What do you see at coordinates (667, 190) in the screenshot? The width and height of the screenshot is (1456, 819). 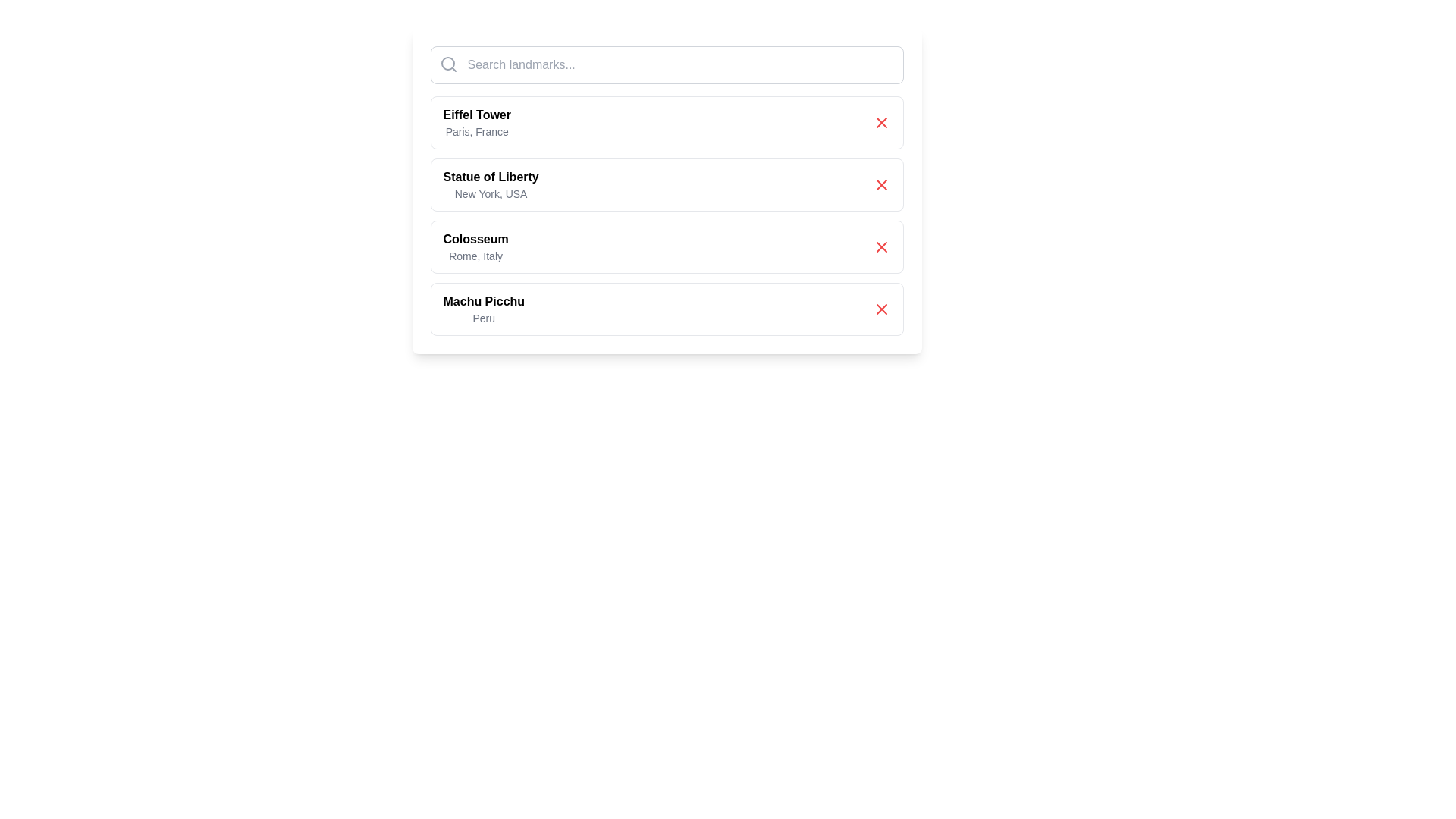 I see `the second entry in the vertical list representing the 'Statue of Liberty'` at bounding box center [667, 190].